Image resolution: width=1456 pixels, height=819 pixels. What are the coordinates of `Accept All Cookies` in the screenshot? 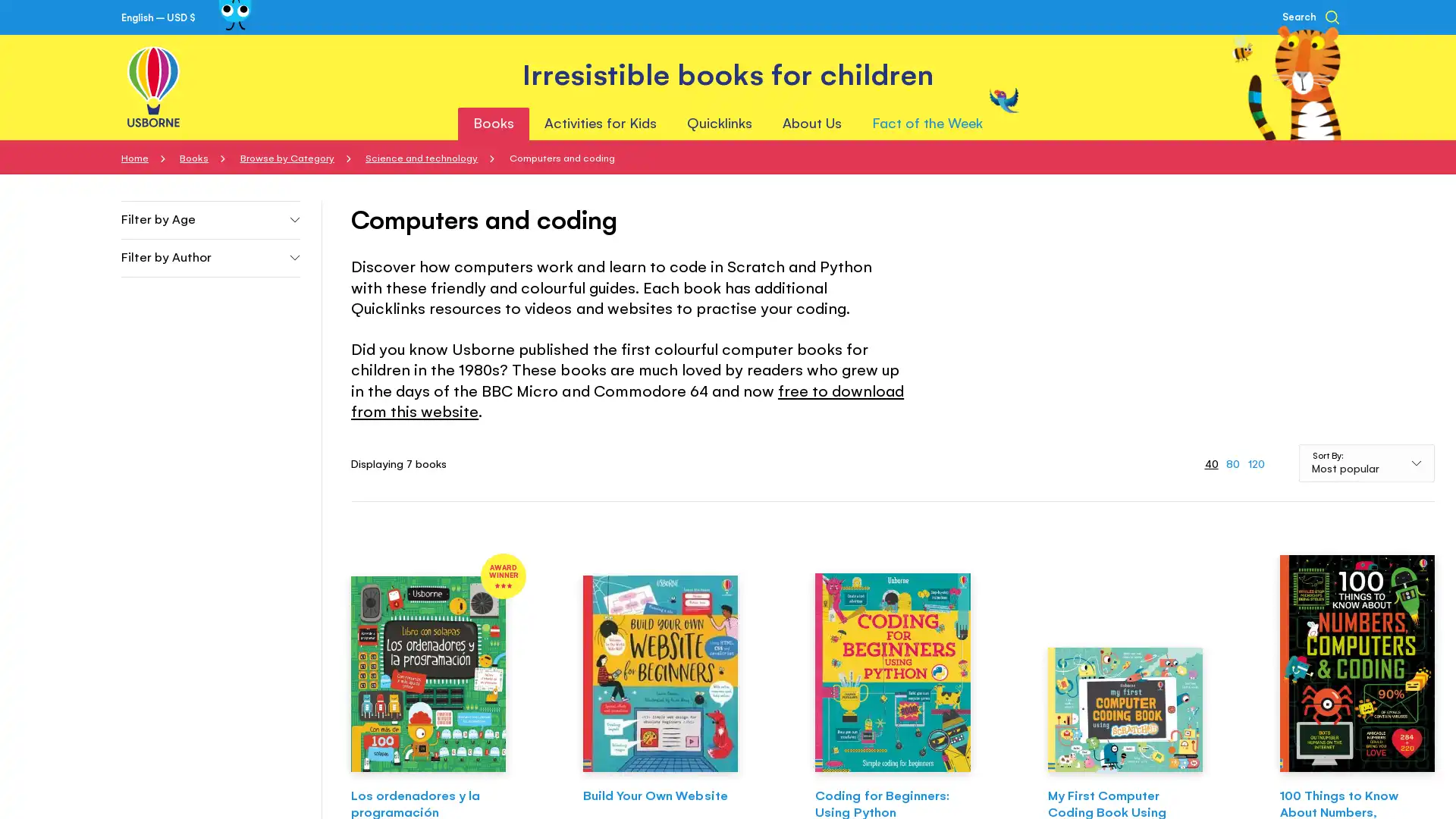 It's located at (149, 778).